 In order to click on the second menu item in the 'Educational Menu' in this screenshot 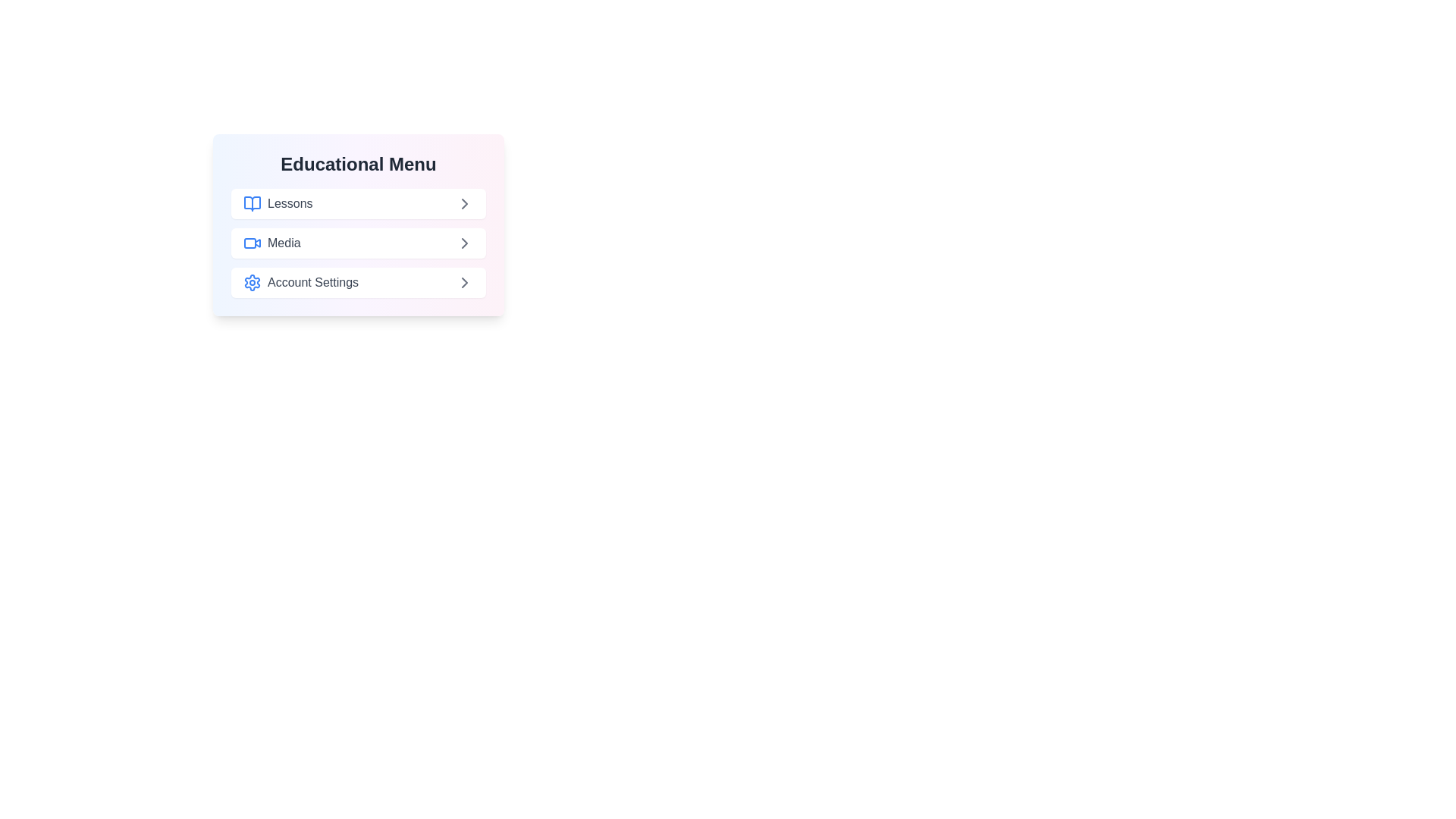, I will do `click(271, 242)`.